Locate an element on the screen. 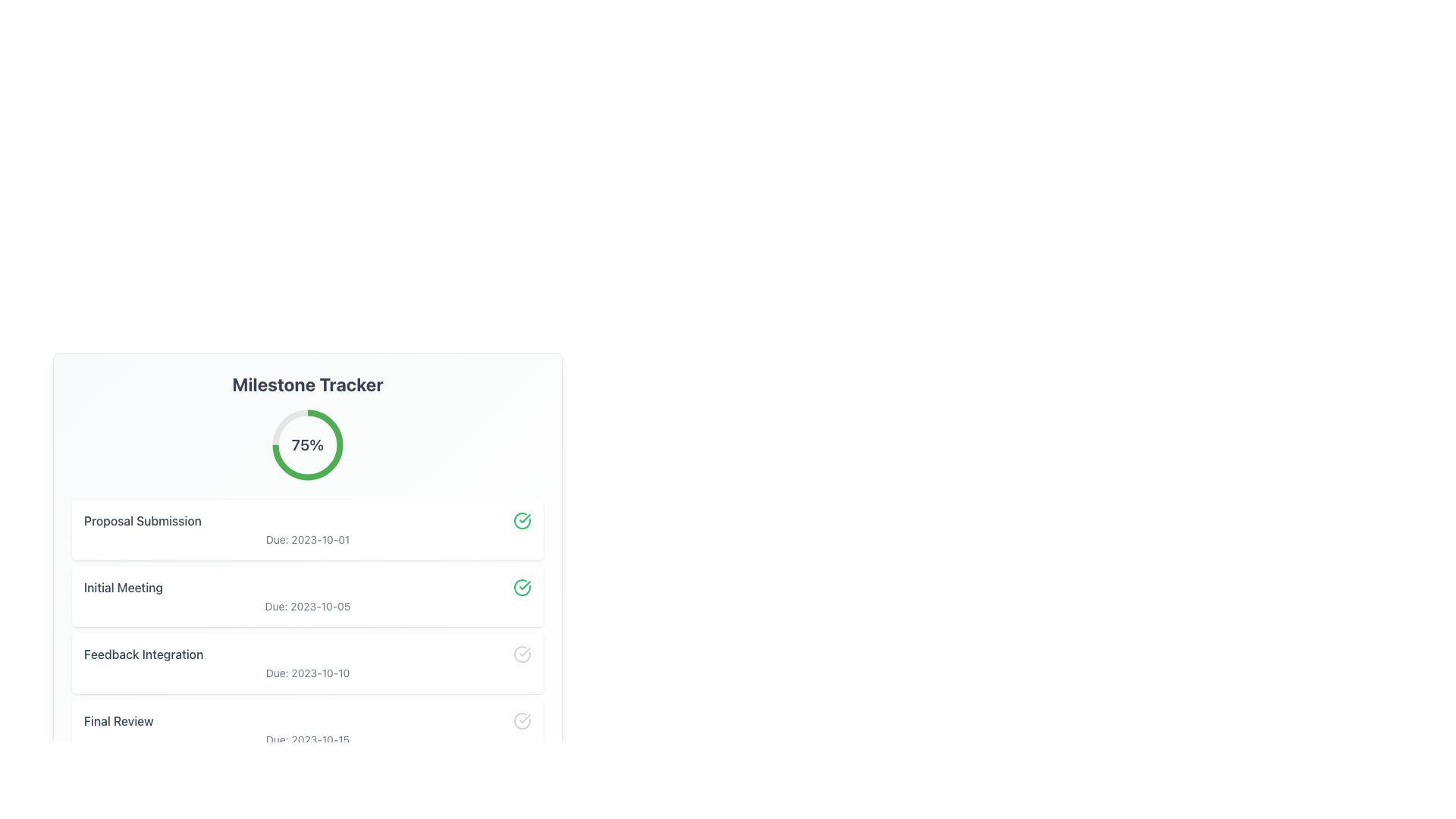 The width and height of the screenshot is (1456, 819). the text label indicating the due date for a specific task within the 'Final Review' card, located at the bottom right corner, adjacent to the 'Final Review' label is located at coordinates (307, 739).